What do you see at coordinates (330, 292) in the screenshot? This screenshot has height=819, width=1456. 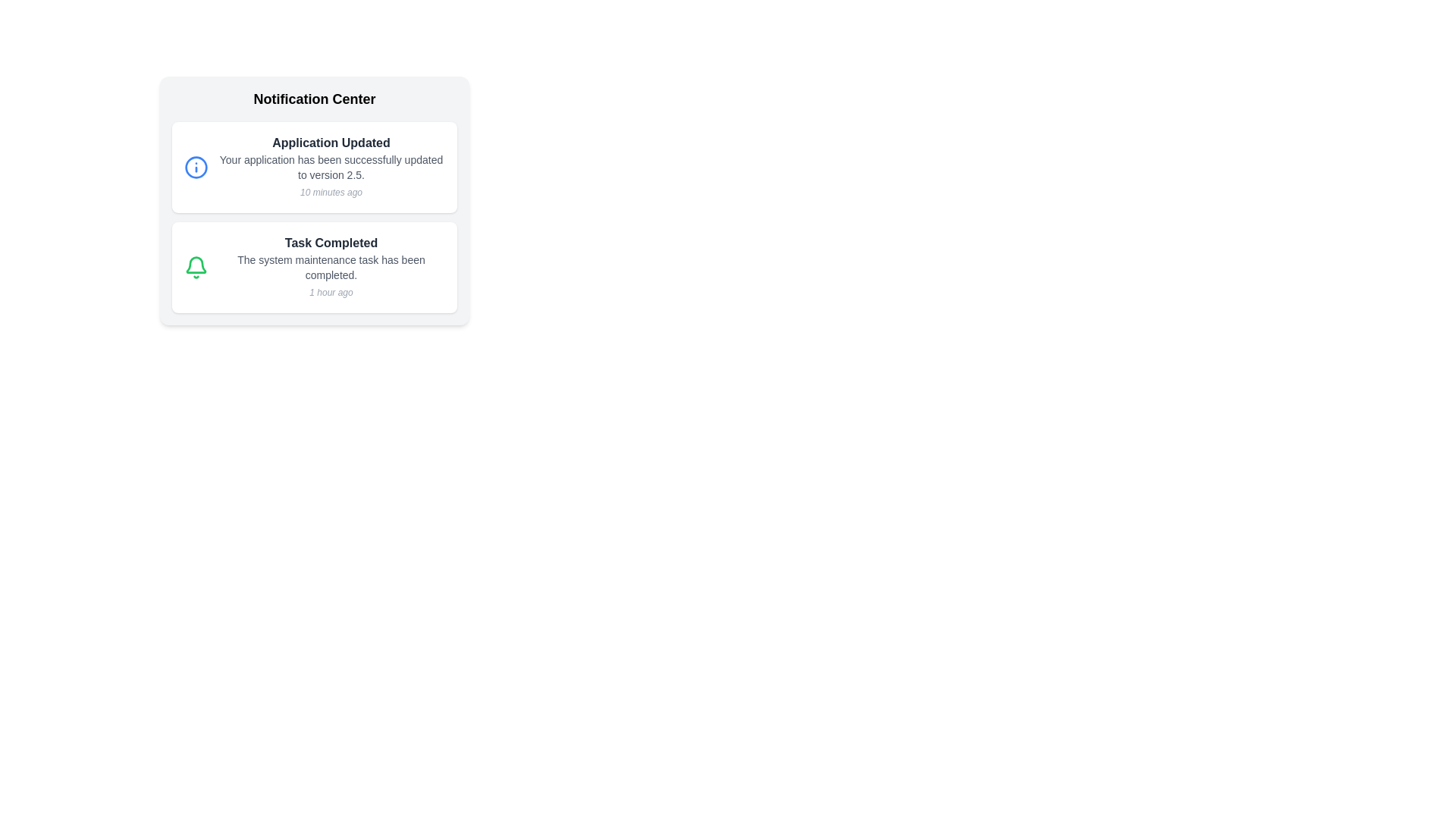 I see `the timestamp text label located at the bottom-right corner of the 'Task Completed' message box` at bounding box center [330, 292].